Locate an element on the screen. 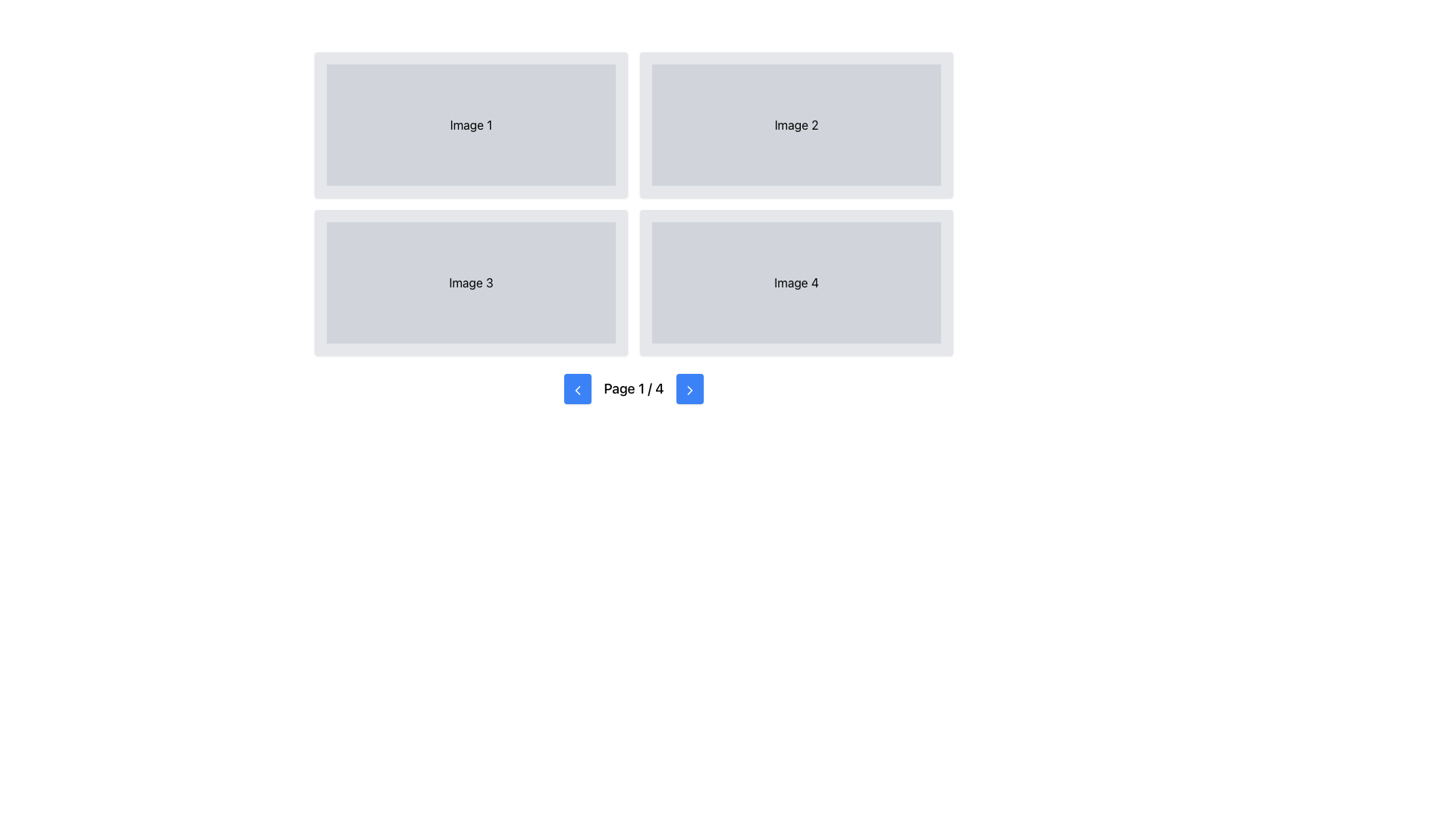 The width and height of the screenshot is (1456, 819). the chevron icon located within the blue navigation button on the right side of the pagination section is located at coordinates (689, 389).